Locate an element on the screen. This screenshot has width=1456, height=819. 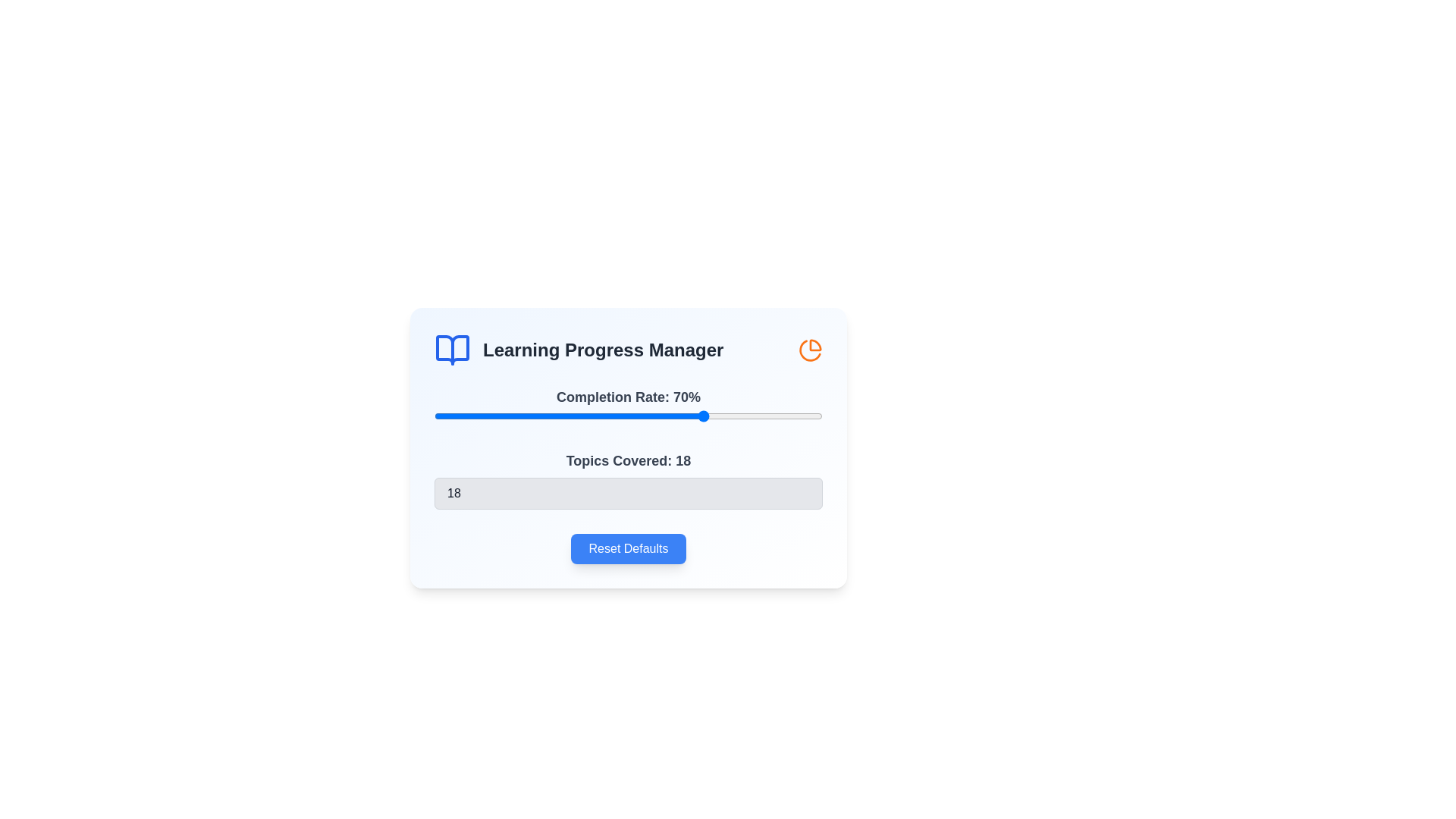
the completion rate slider to 29% is located at coordinates (546, 416).